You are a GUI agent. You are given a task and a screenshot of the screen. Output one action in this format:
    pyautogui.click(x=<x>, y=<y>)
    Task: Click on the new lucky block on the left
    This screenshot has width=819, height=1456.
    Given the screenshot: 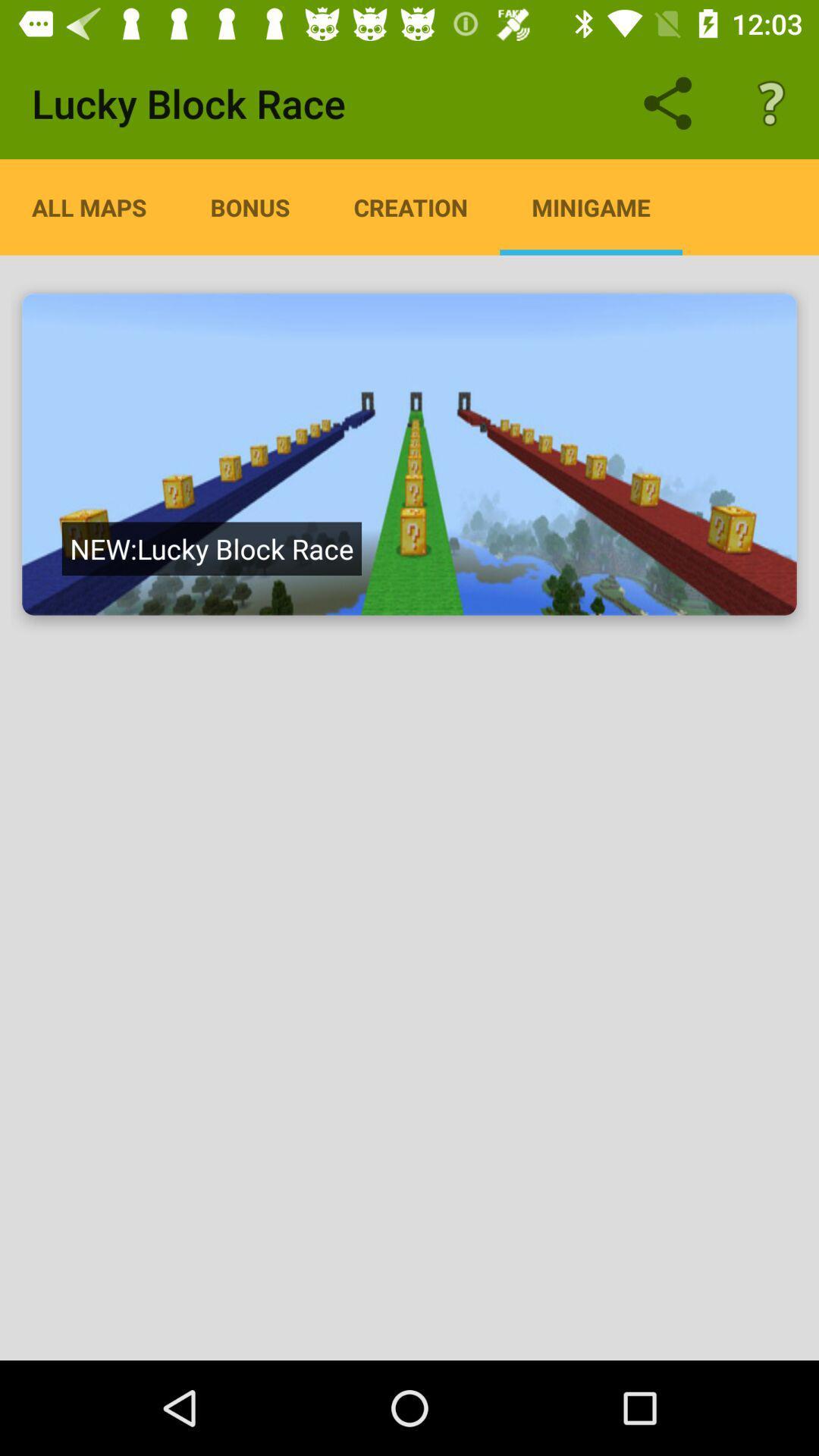 What is the action you would take?
    pyautogui.click(x=212, y=548)
    